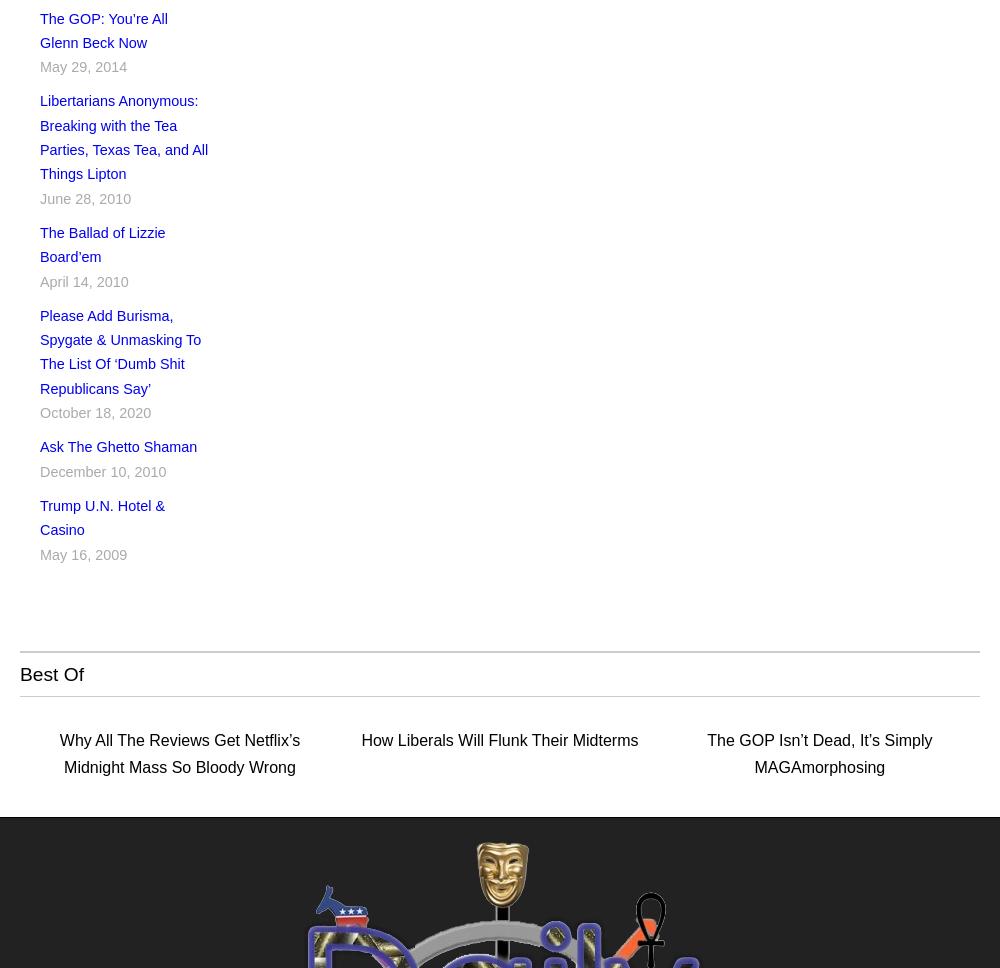 The height and width of the screenshot is (968, 1000). I want to click on 'December 10, 2010', so click(40, 470).